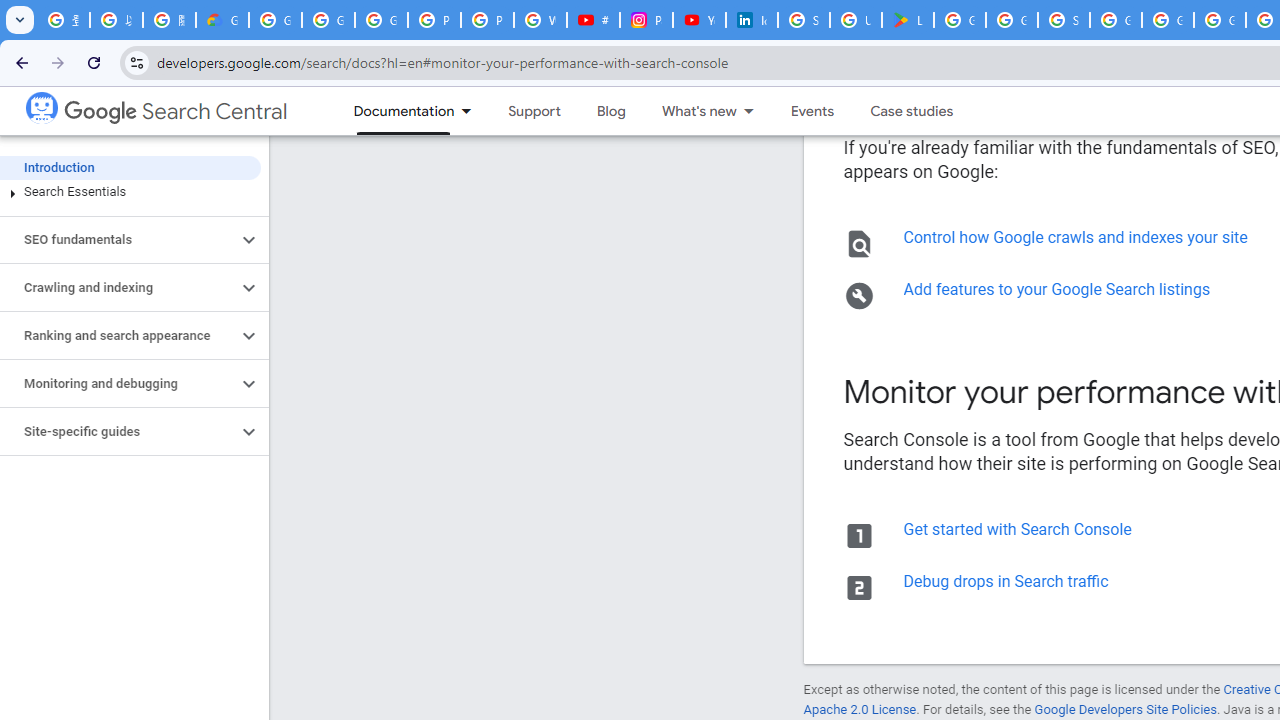  What do you see at coordinates (129, 191) in the screenshot?
I see `'Search Essentials'` at bounding box center [129, 191].